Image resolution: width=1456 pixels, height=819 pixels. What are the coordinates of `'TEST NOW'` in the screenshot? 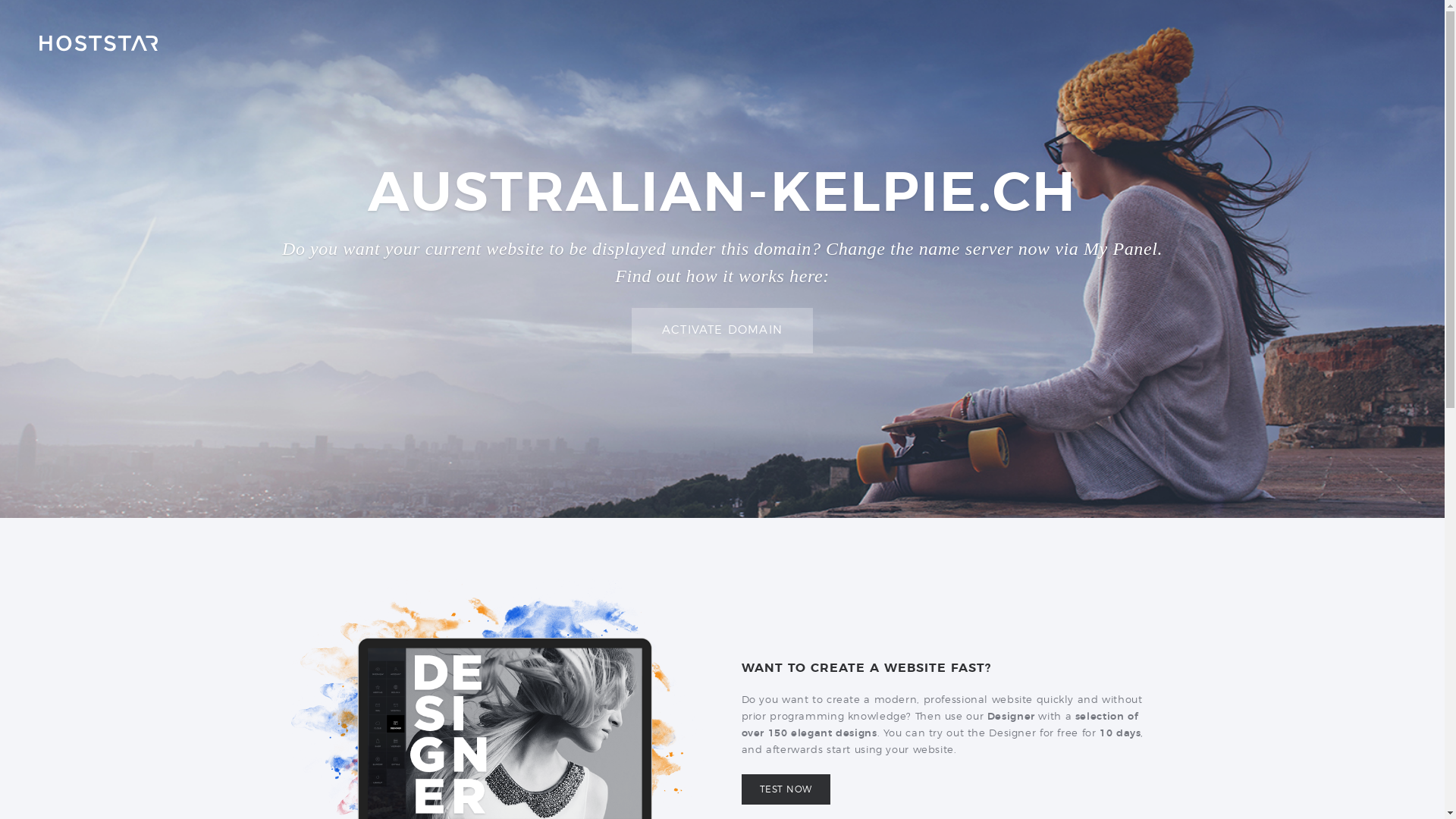 It's located at (742, 789).